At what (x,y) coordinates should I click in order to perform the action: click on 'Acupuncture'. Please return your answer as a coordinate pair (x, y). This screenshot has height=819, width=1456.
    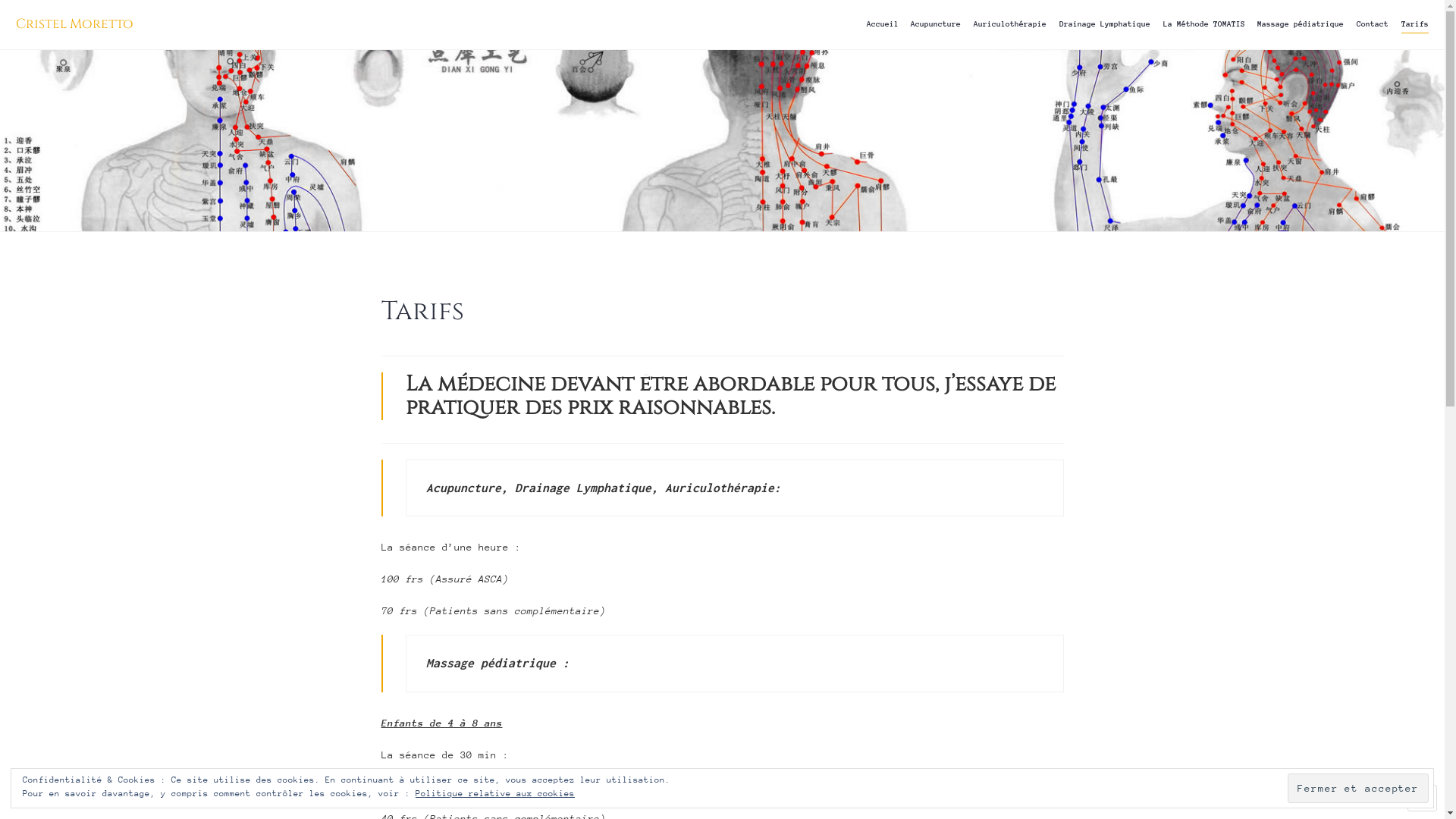
    Looking at the image, I should click on (934, 24).